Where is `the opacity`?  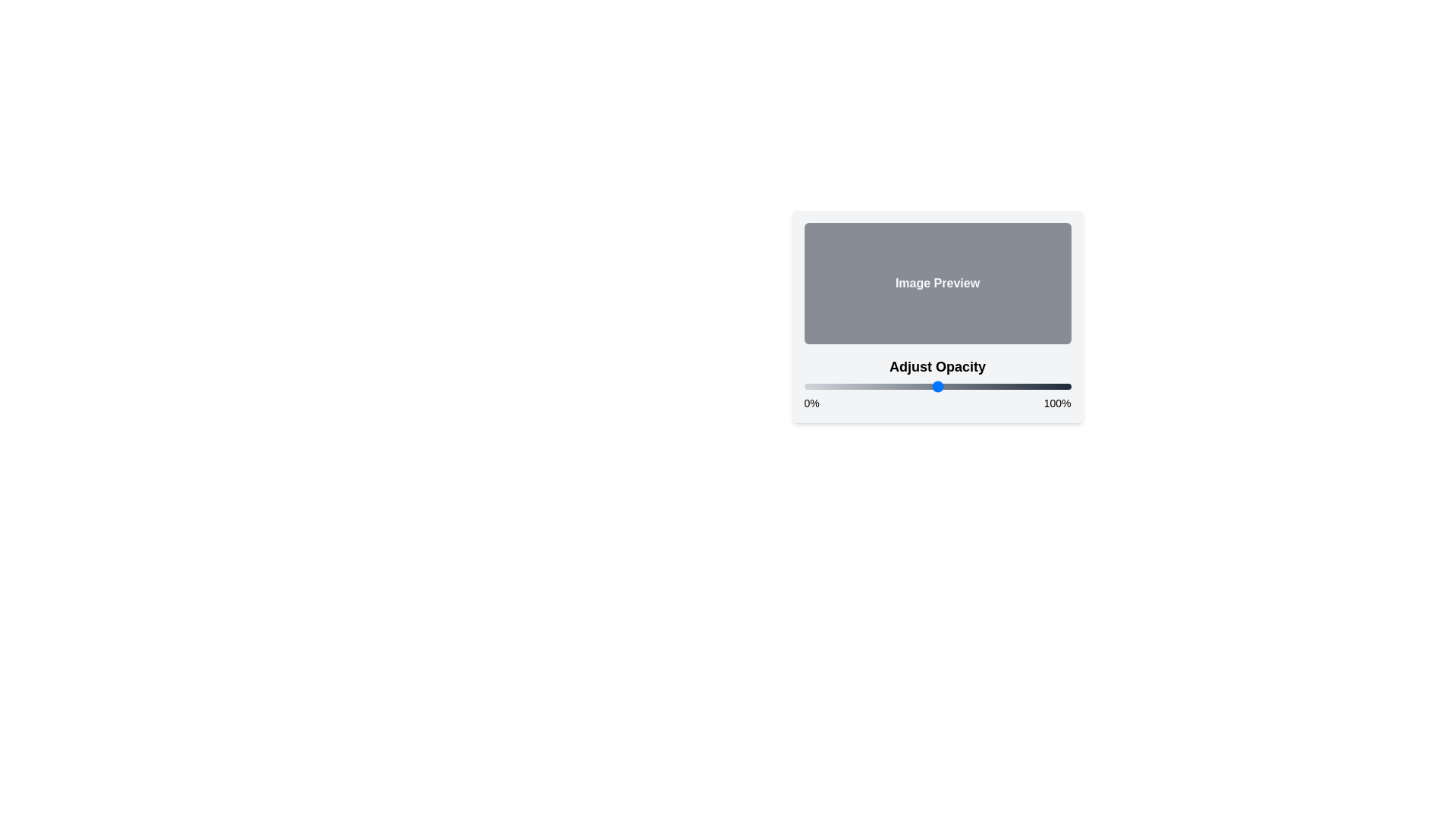
the opacity is located at coordinates (1031, 385).